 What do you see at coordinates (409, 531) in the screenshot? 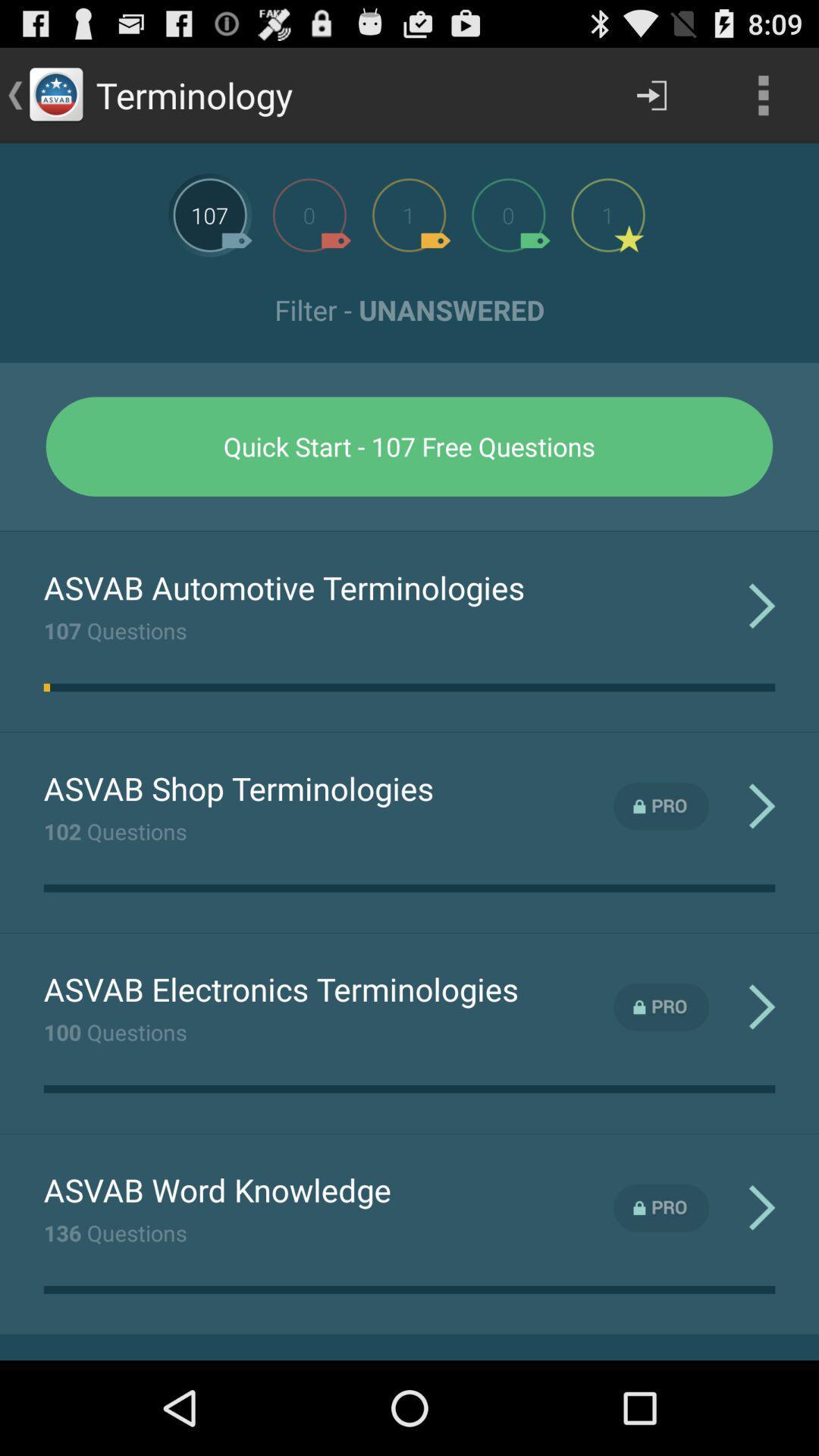
I see `the icon above asvab automotive terminologies app` at bounding box center [409, 531].